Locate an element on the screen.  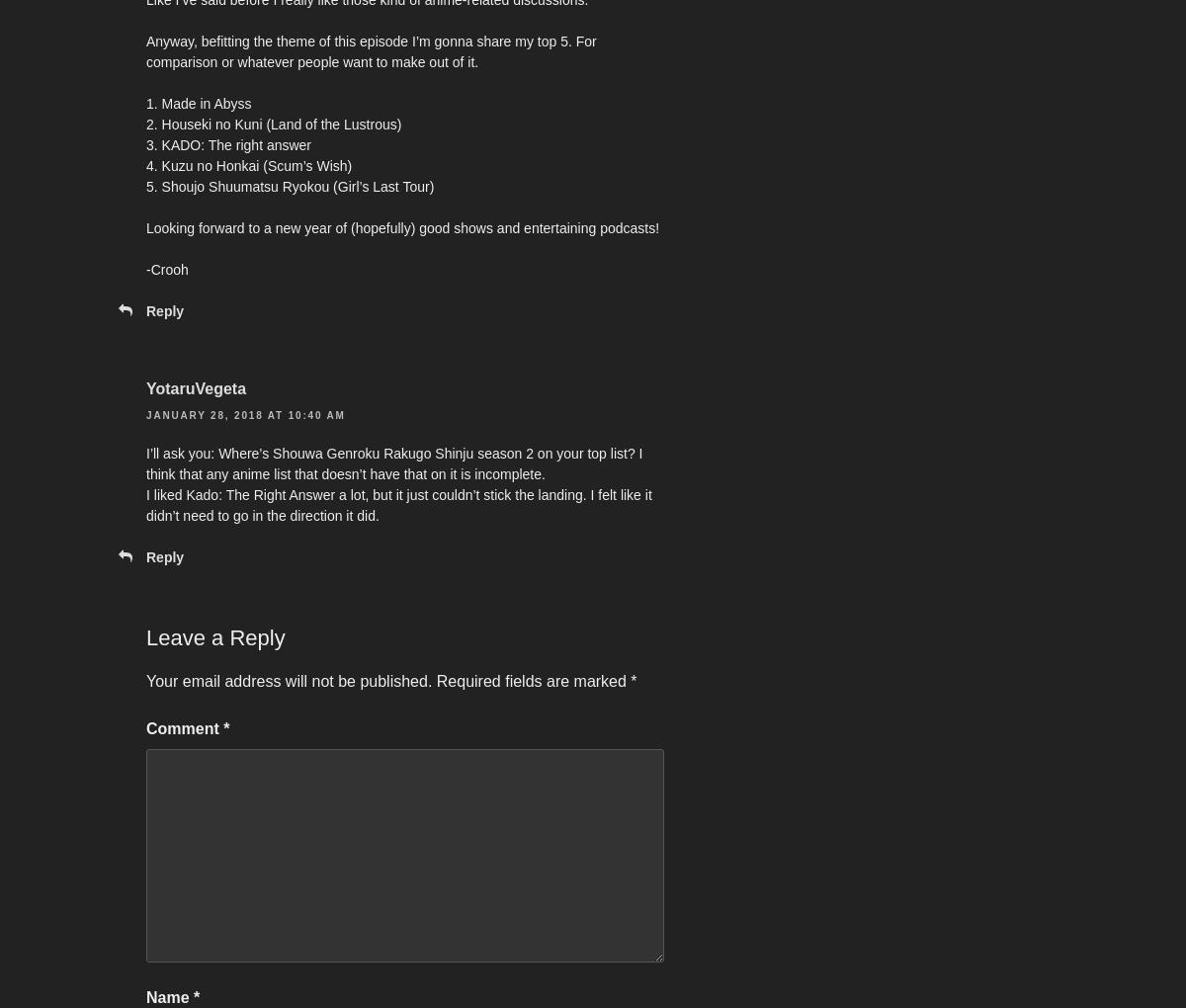
'January 28, 2018 at 10:40 am' is located at coordinates (244, 414).